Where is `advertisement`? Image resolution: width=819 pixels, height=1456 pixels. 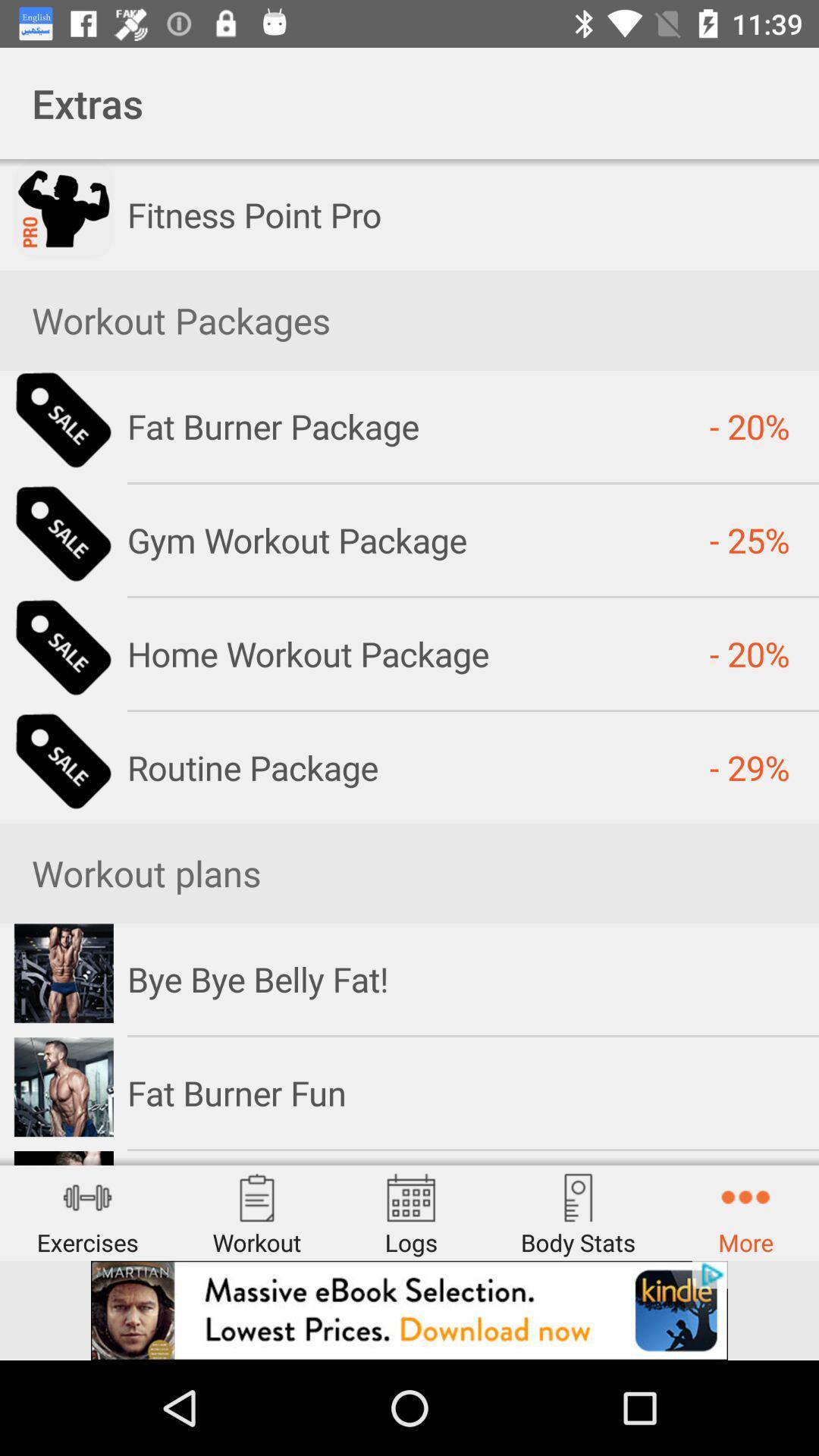 advertisement is located at coordinates (409, 1310).